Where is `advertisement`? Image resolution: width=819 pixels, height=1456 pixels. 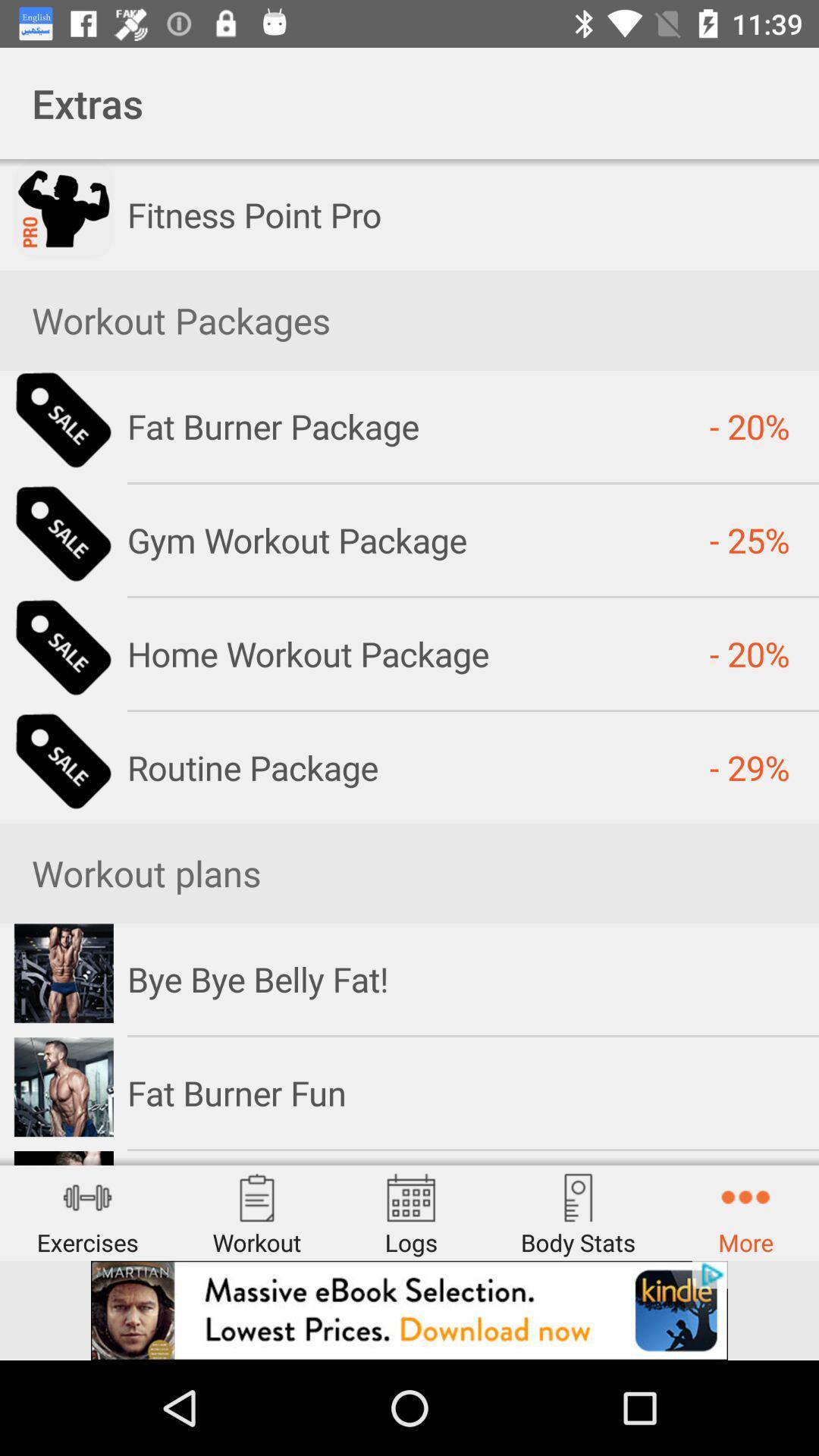 advertisement is located at coordinates (409, 1310).